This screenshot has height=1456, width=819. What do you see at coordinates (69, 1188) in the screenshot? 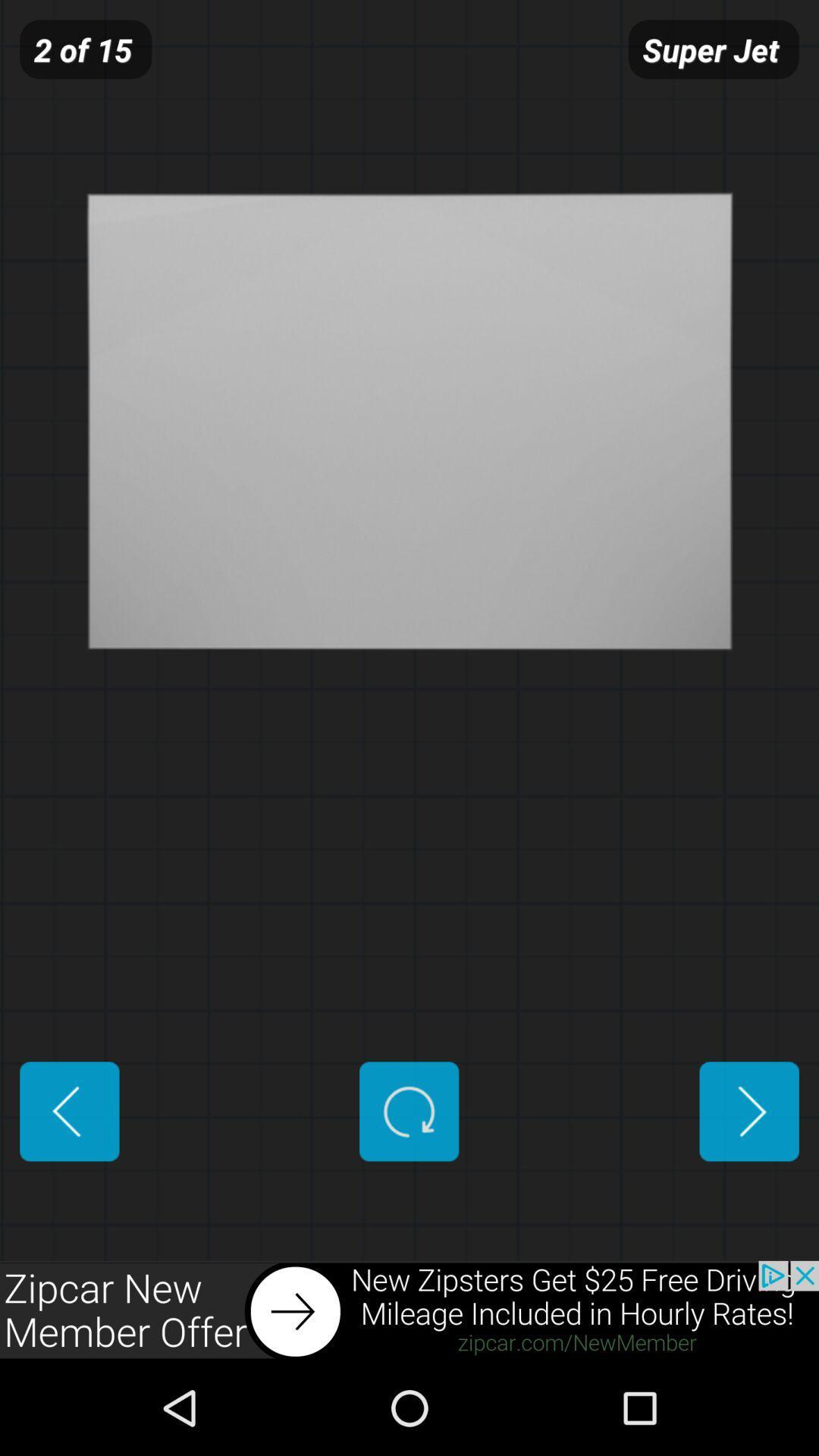
I see `the arrow_backward icon` at bounding box center [69, 1188].